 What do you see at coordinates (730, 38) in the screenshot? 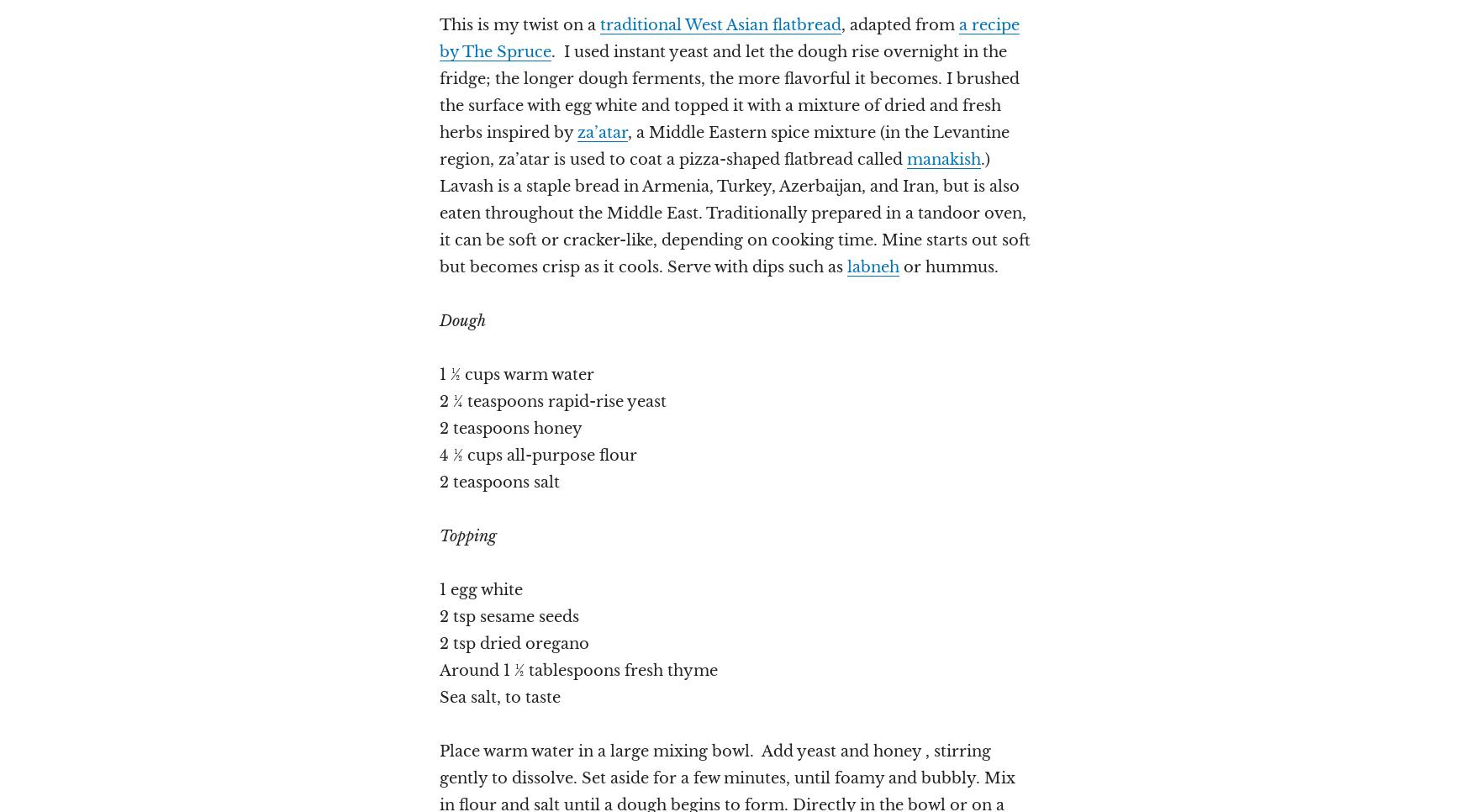
I see `'a recipe by The Spruce'` at bounding box center [730, 38].